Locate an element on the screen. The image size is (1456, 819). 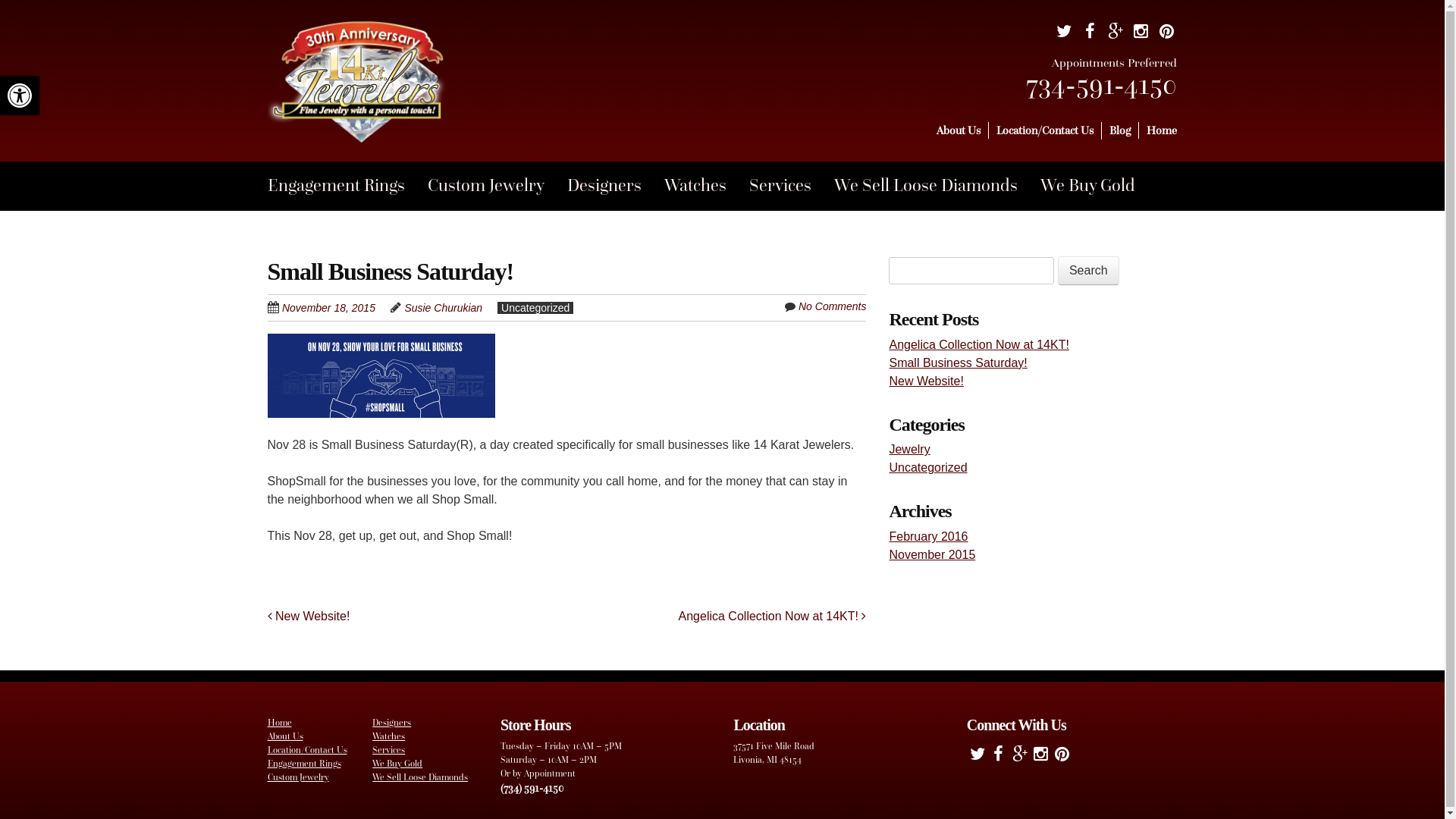
'Watches' is located at coordinates (388, 736).